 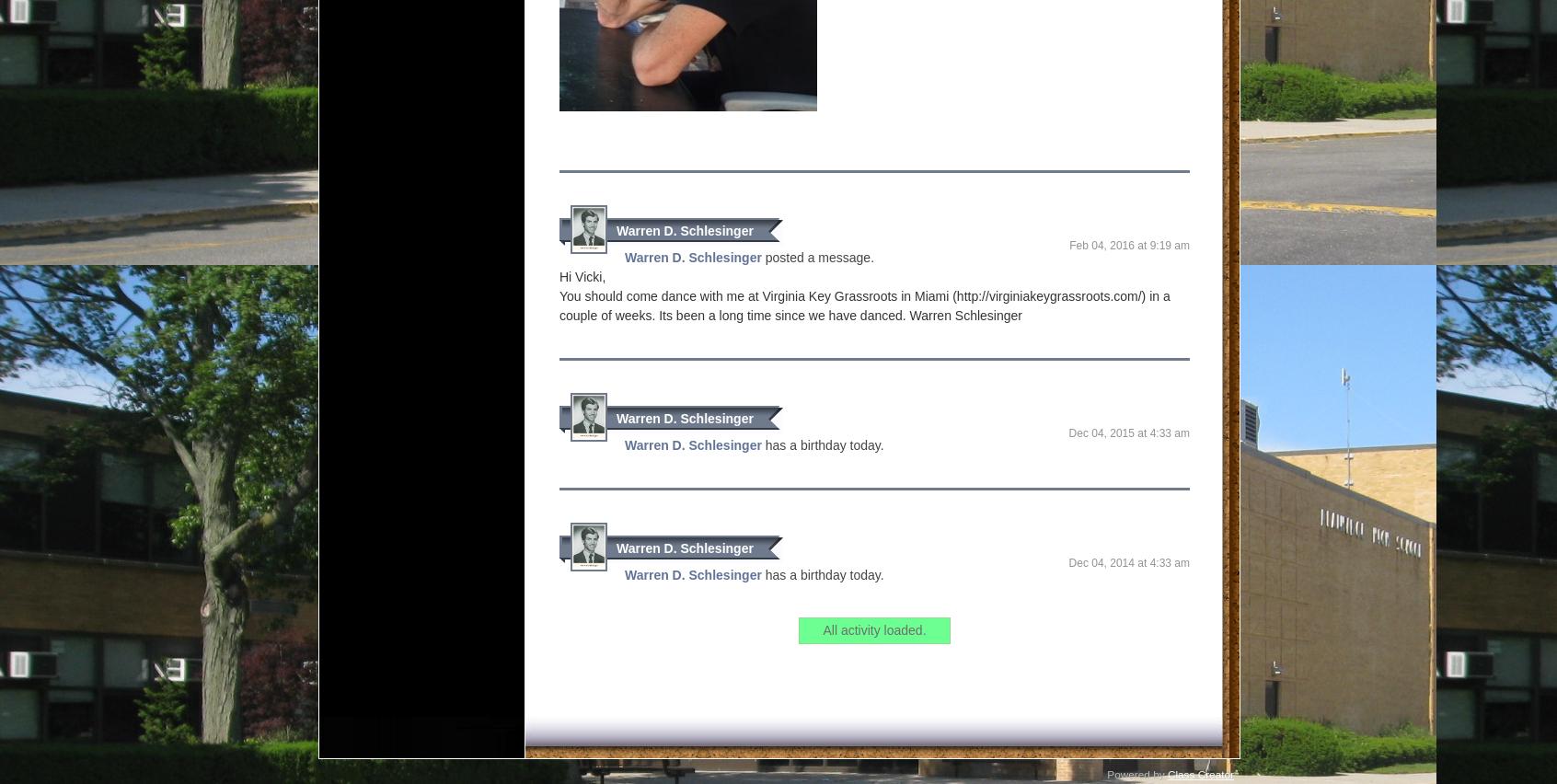 I want to click on 'Powered by', so click(x=1136, y=746).